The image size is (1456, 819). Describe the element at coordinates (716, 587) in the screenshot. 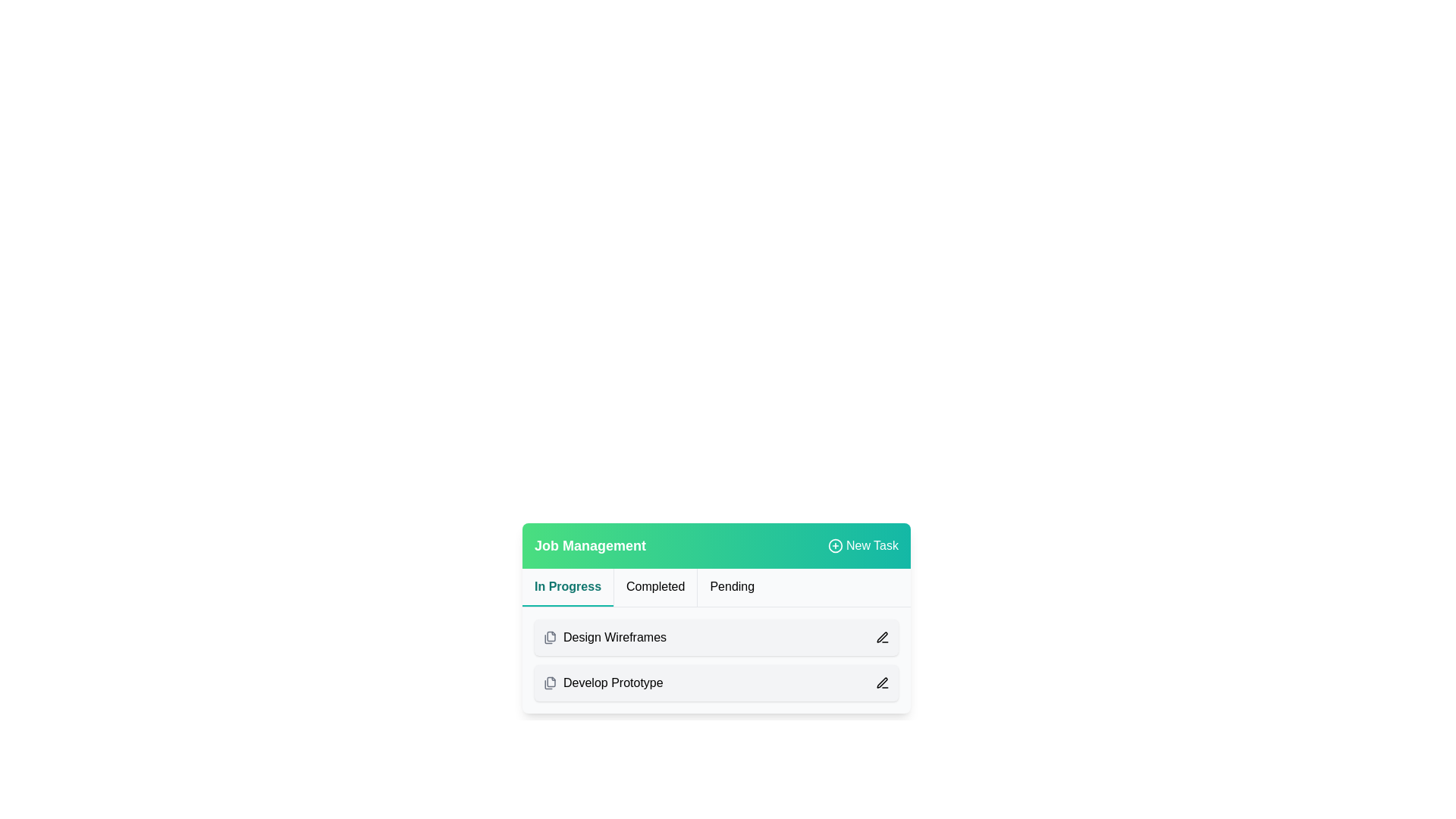

I see `the 'Pending' segment of the Segmented Control Bar` at that location.